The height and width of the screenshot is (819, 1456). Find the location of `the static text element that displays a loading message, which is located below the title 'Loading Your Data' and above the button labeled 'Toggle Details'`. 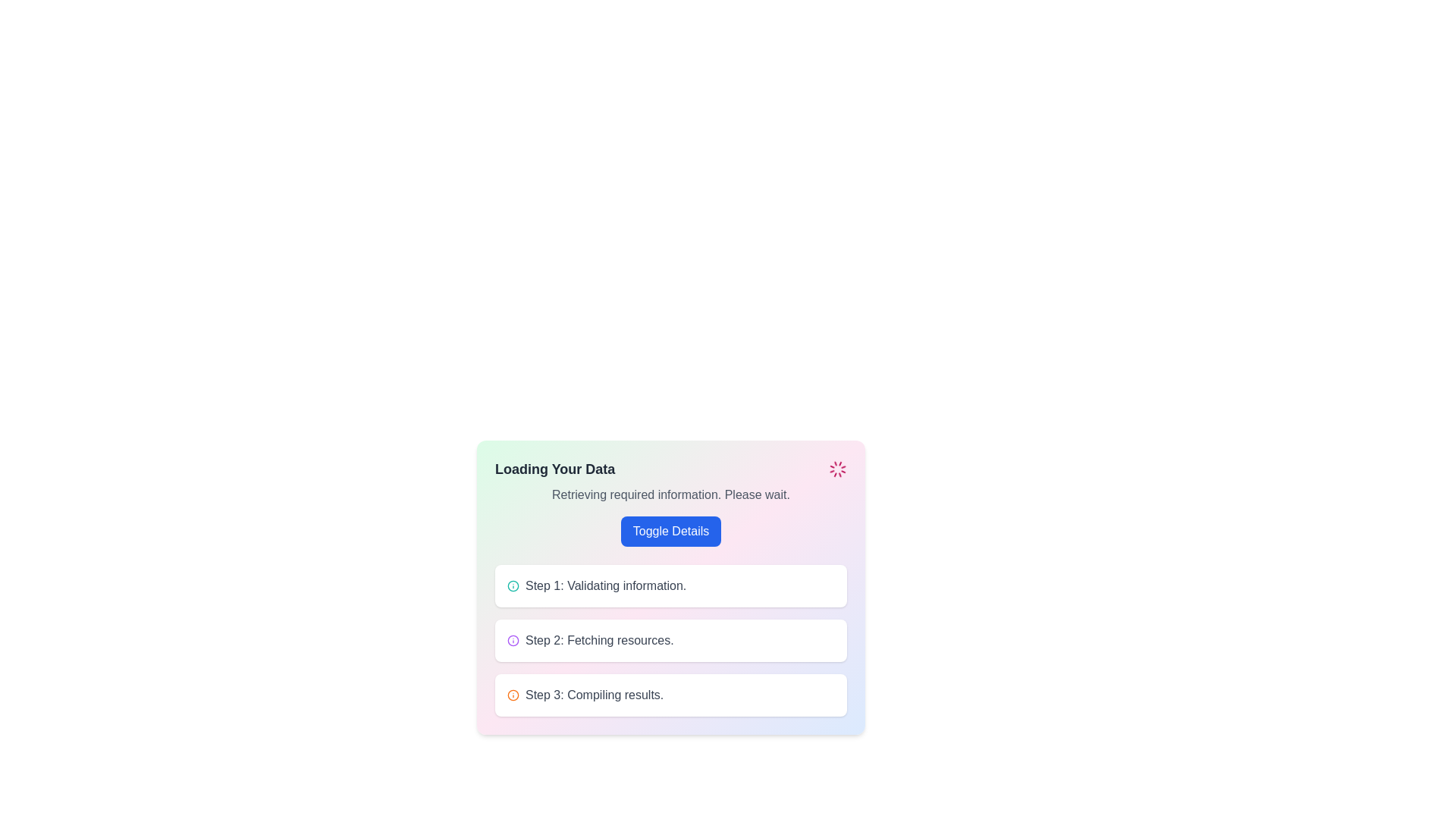

the static text element that displays a loading message, which is located below the title 'Loading Your Data' and above the button labeled 'Toggle Details' is located at coordinates (670, 494).